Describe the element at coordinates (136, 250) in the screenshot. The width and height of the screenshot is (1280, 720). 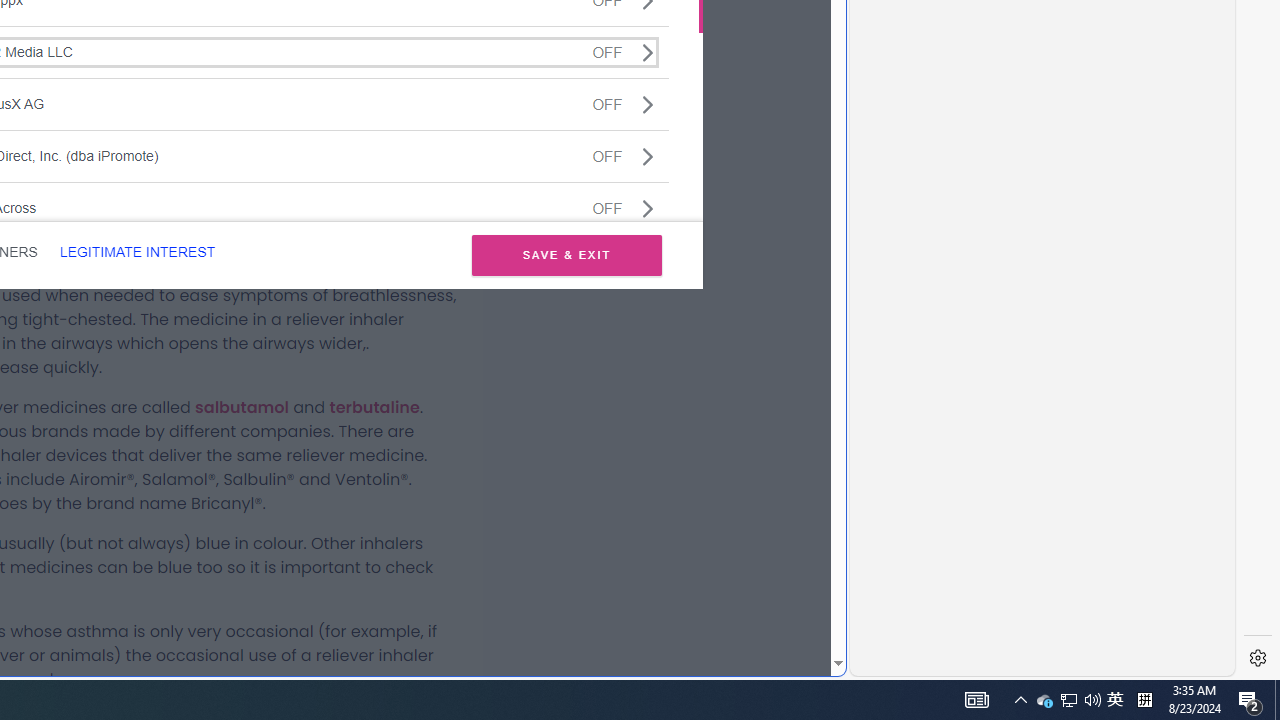
I see `'LEGITIMATE INTEREST'` at that location.